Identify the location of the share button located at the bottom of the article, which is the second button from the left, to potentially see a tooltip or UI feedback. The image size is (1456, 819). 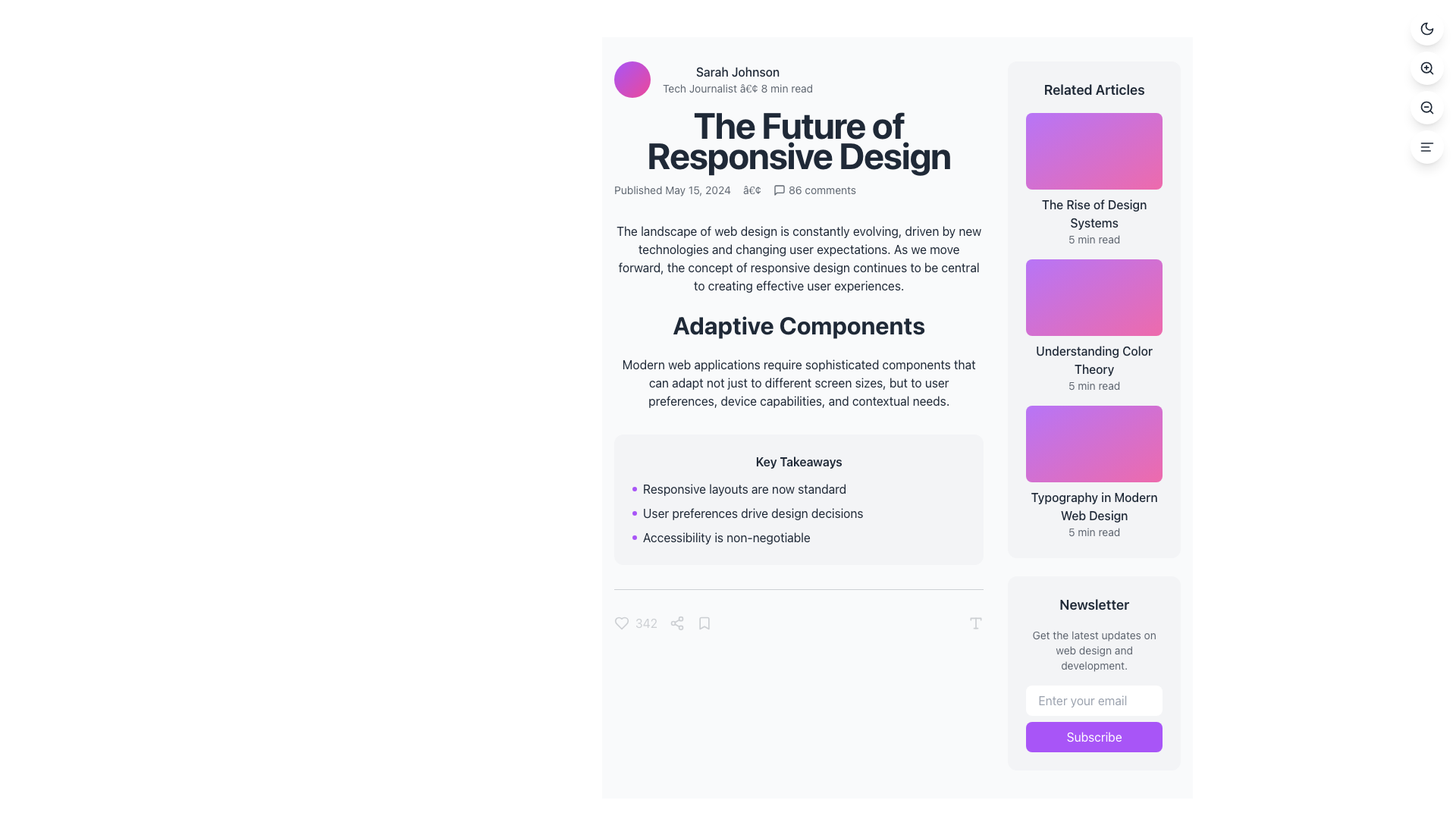
(676, 623).